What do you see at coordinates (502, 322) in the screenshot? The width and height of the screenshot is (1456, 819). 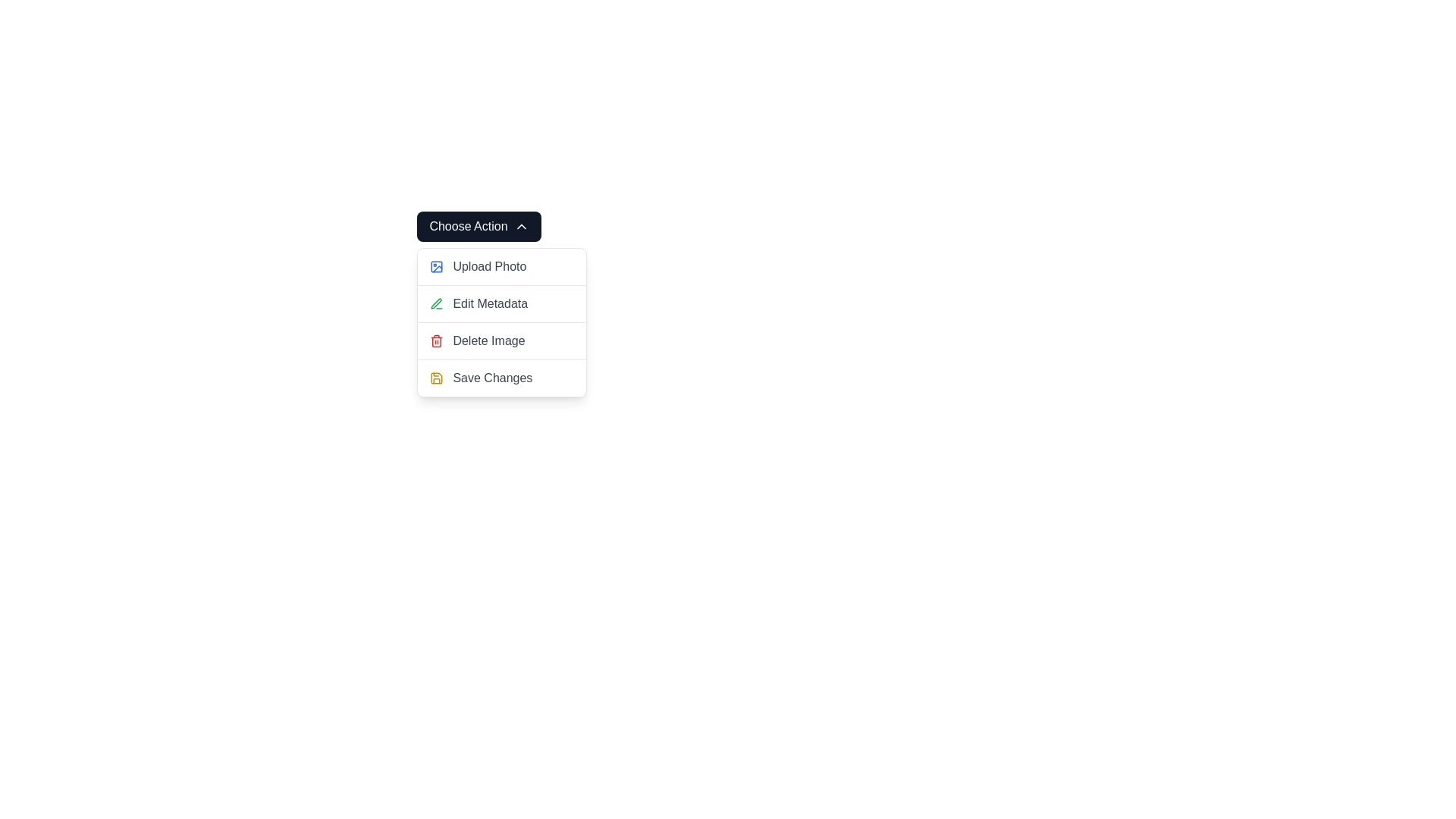 I see `the second menu item in the vertical list, which allows users to edit the metadata of an entity` at bounding box center [502, 322].